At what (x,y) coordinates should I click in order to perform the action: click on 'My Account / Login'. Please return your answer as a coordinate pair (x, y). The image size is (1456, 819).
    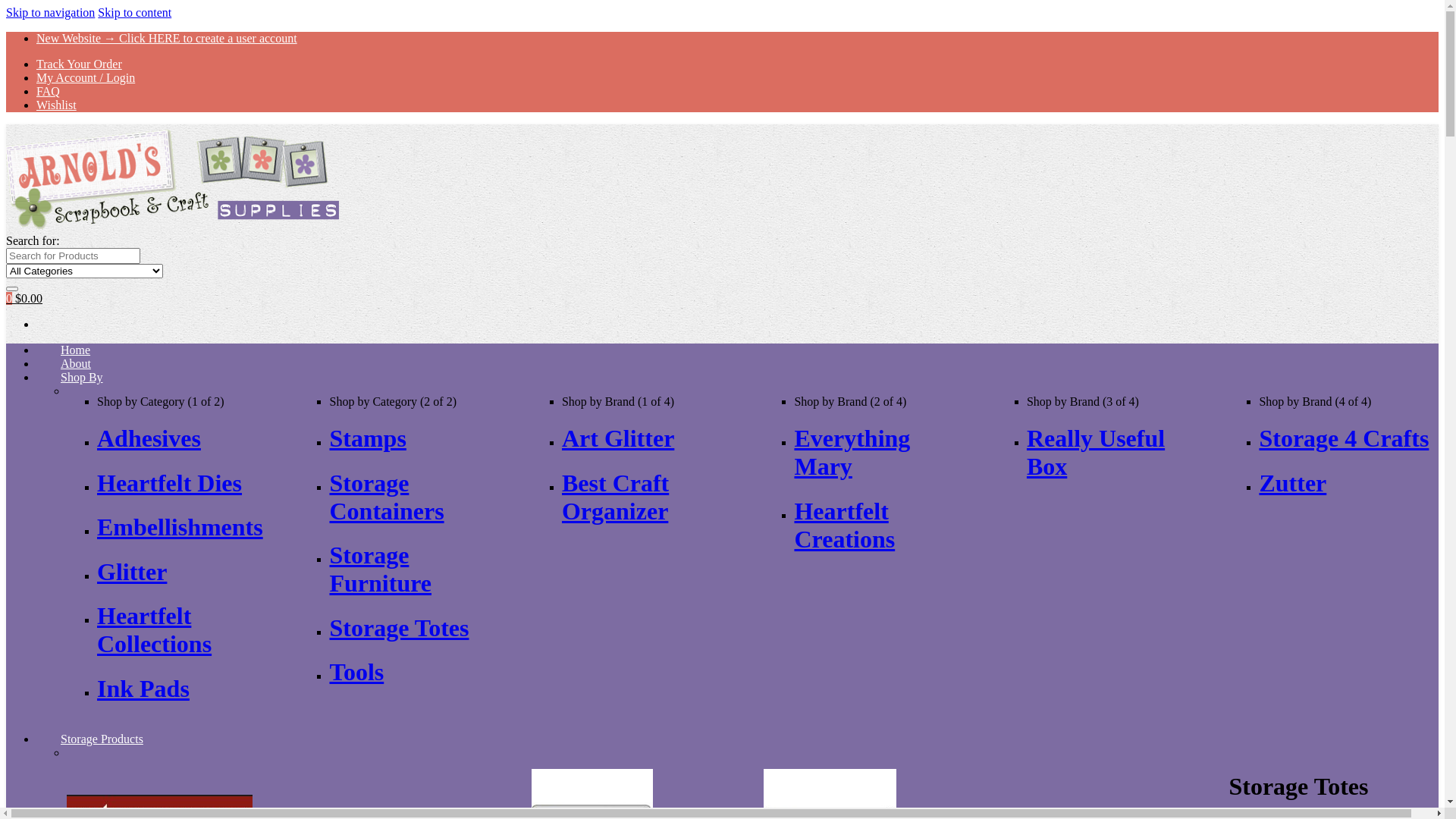
    Looking at the image, I should click on (85, 77).